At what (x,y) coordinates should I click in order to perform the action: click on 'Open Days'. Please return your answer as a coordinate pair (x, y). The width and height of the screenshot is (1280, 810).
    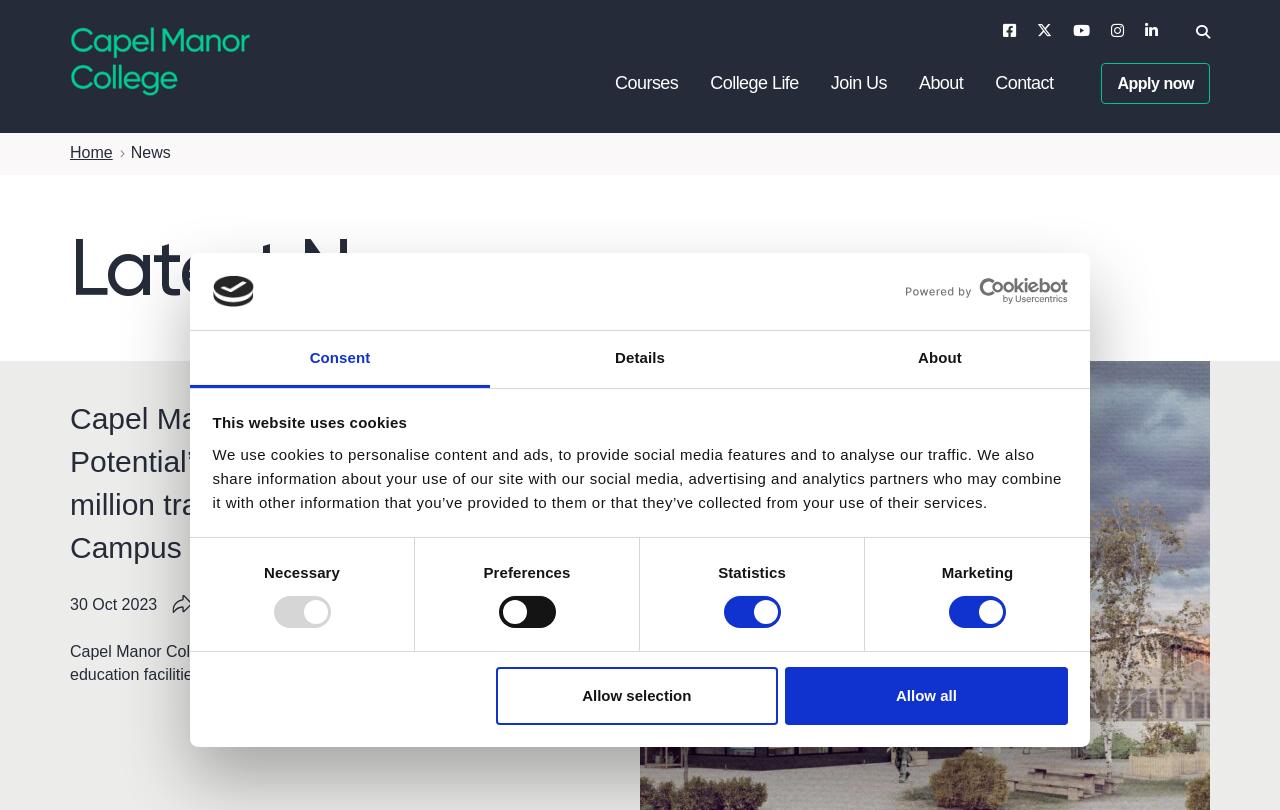
    Looking at the image, I should click on (890, 139).